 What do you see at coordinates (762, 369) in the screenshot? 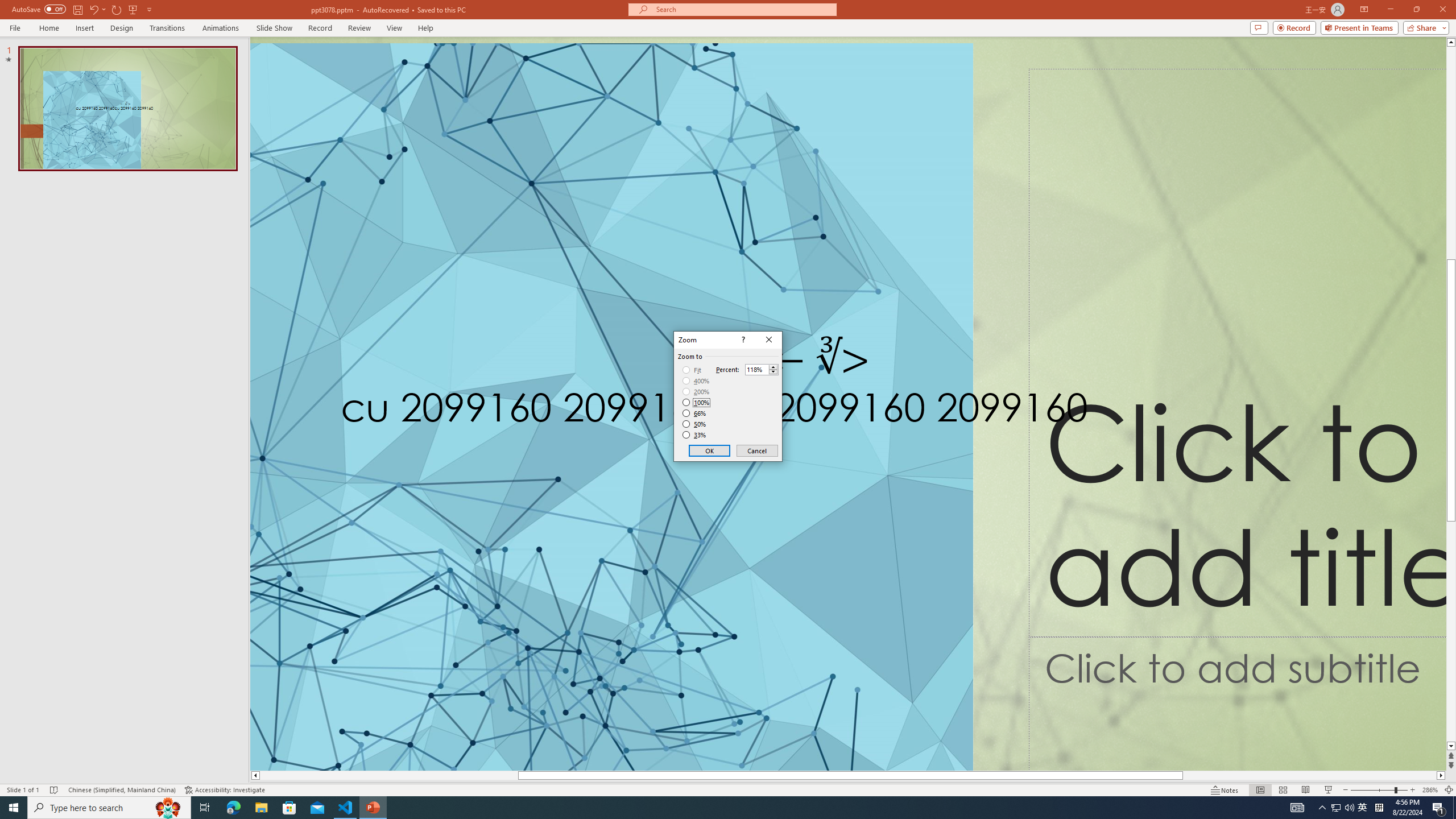
I see `'Percent'` at bounding box center [762, 369].